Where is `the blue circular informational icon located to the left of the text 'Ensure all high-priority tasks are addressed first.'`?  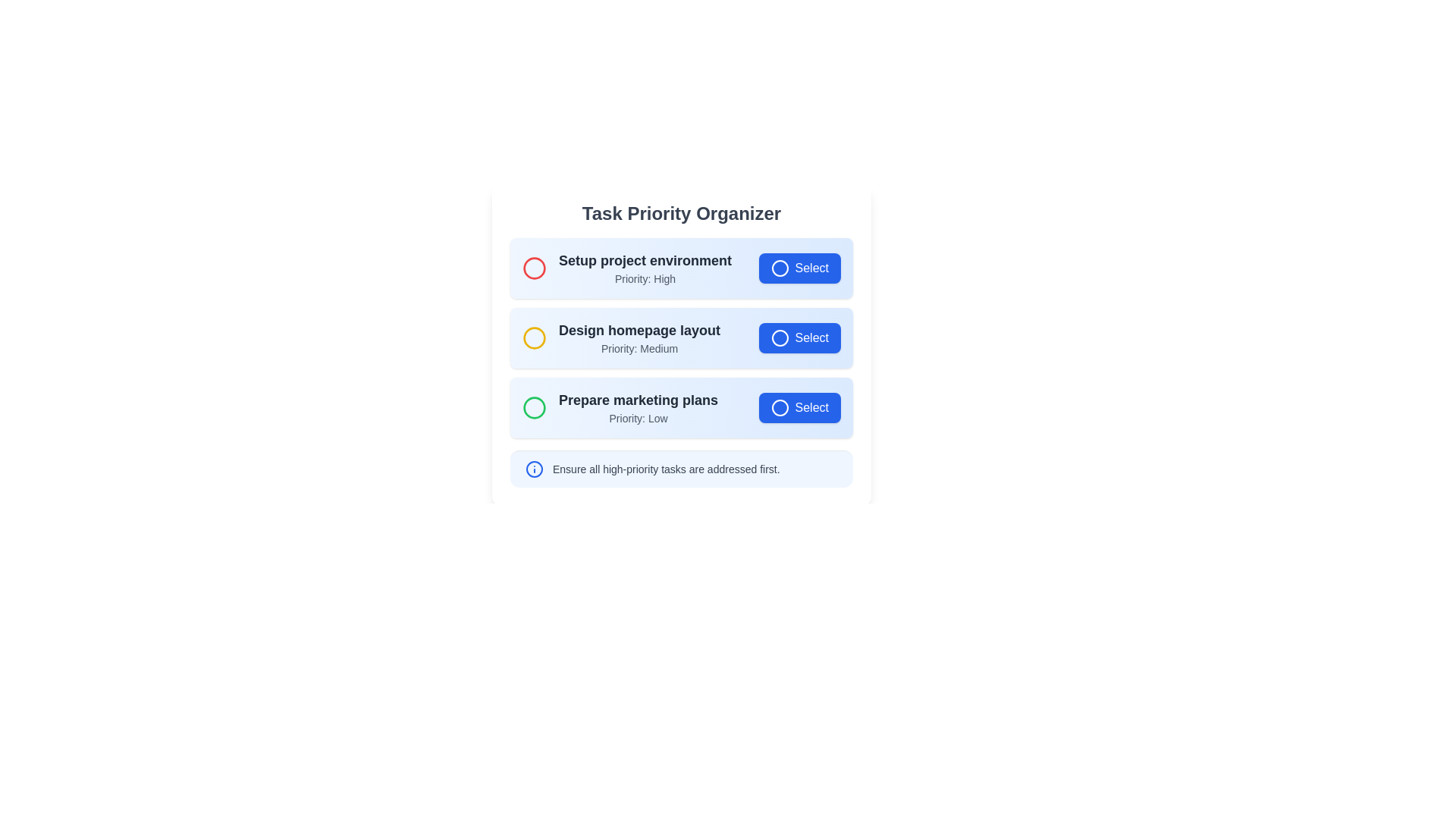 the blue circular informational icon located to the left of the text 'Ensure all high-priority tasks are addressed first.' is located at coordinates (535, 468).